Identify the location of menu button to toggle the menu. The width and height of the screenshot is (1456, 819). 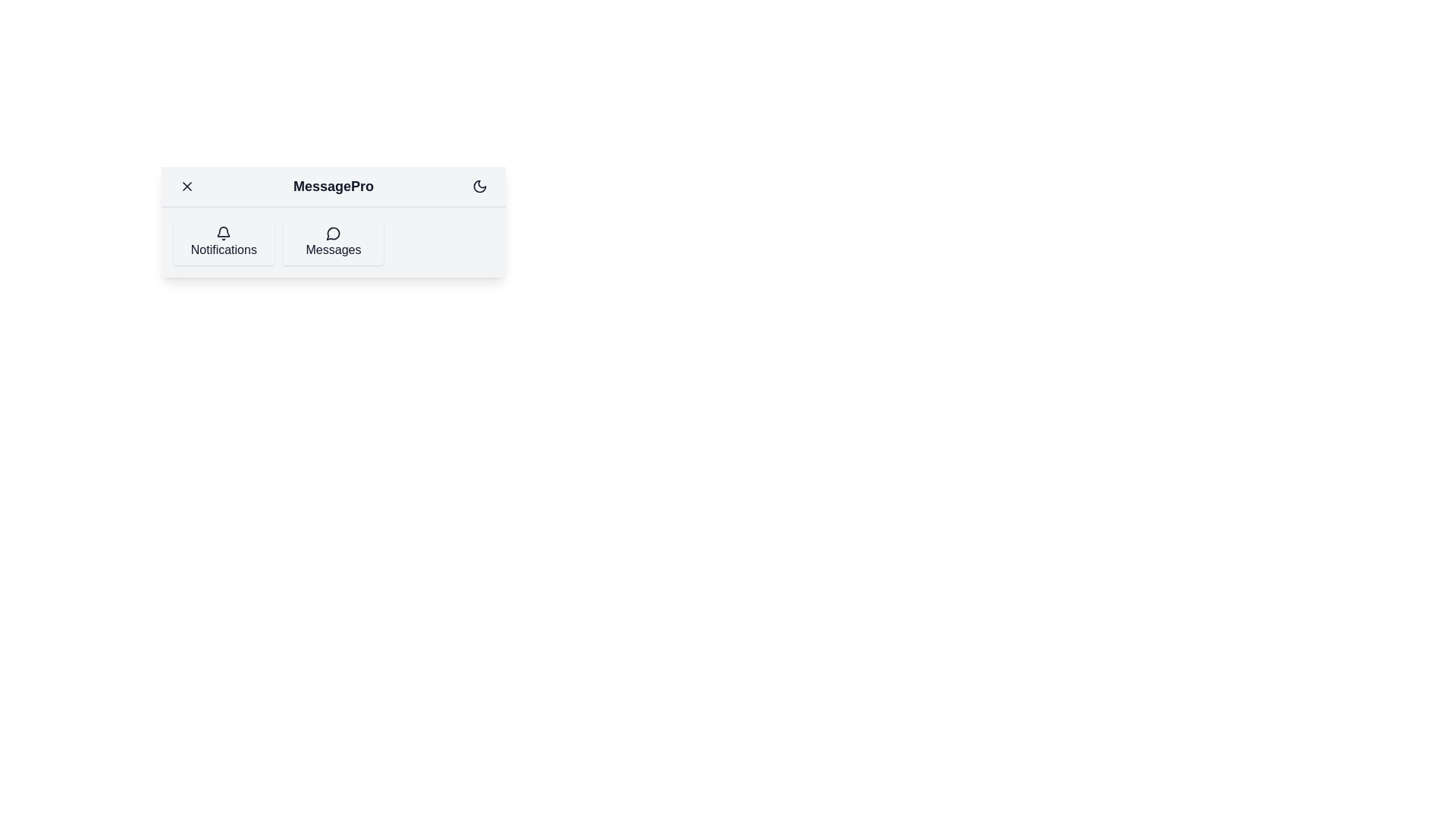
(186, 186).